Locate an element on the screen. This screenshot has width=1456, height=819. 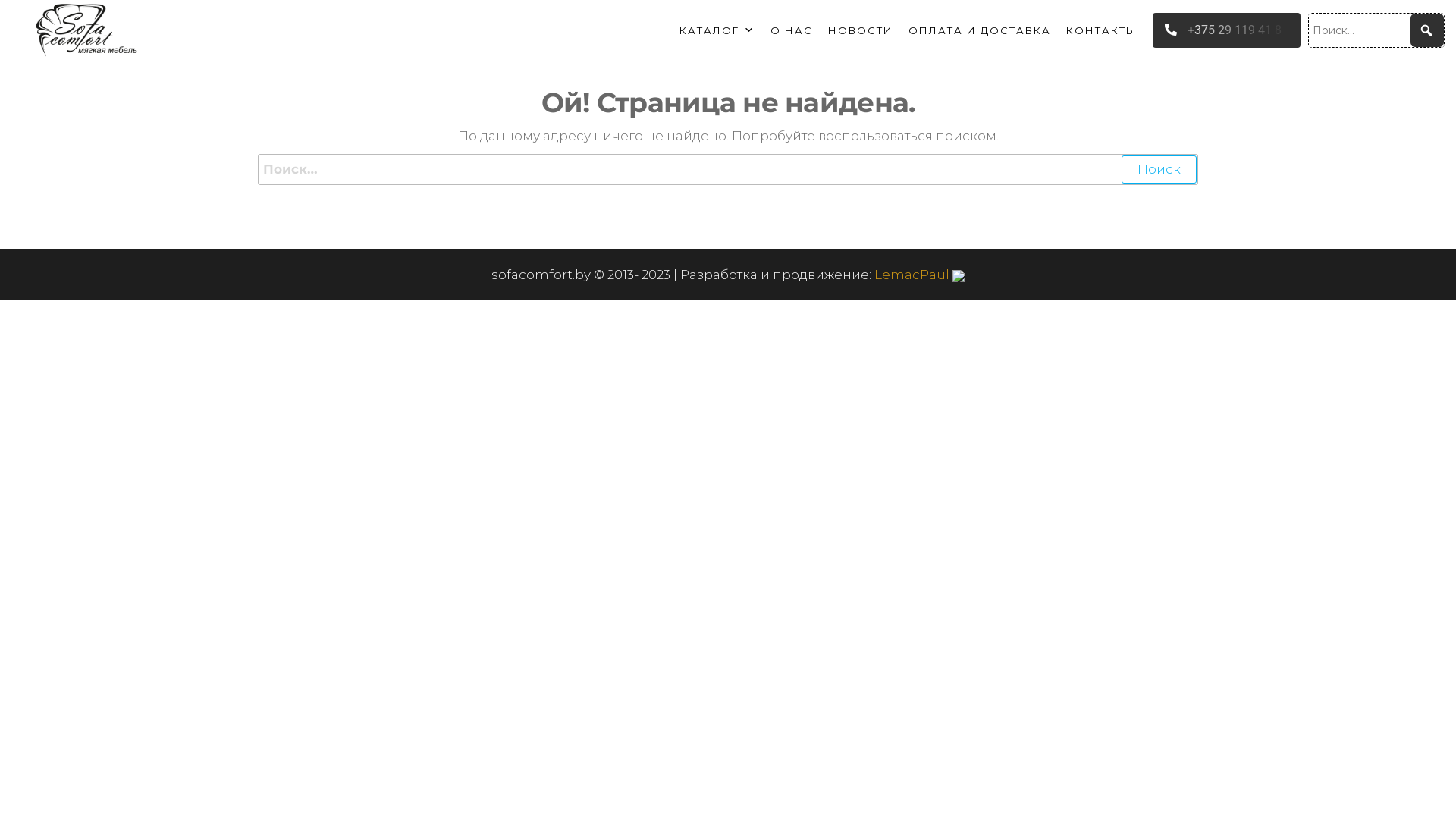
'Search' is located at coordinates (33, 23).